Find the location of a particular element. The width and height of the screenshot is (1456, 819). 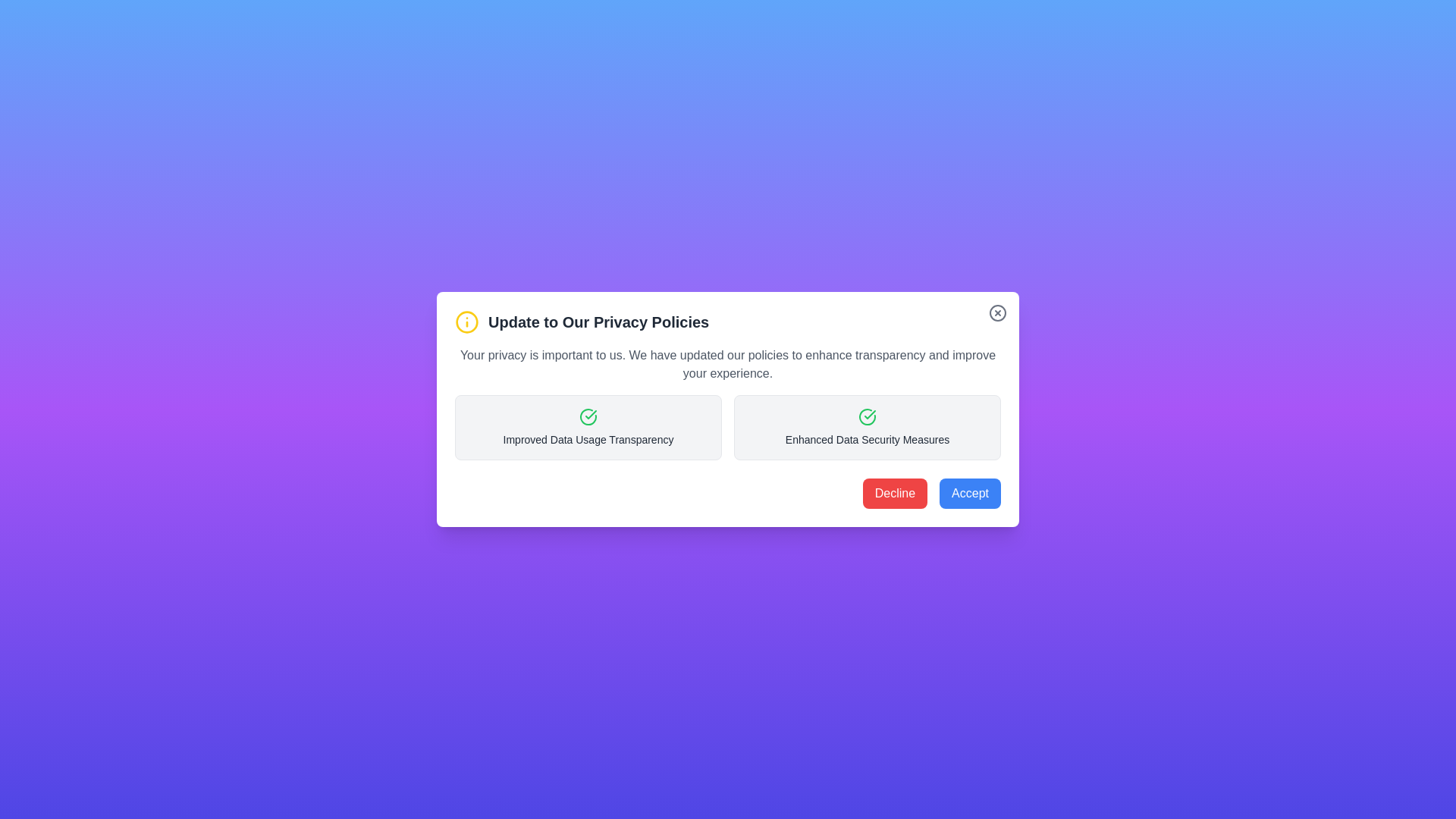

close button at the top-right corner of the dialog to close it is located at coordinates (997, 312).